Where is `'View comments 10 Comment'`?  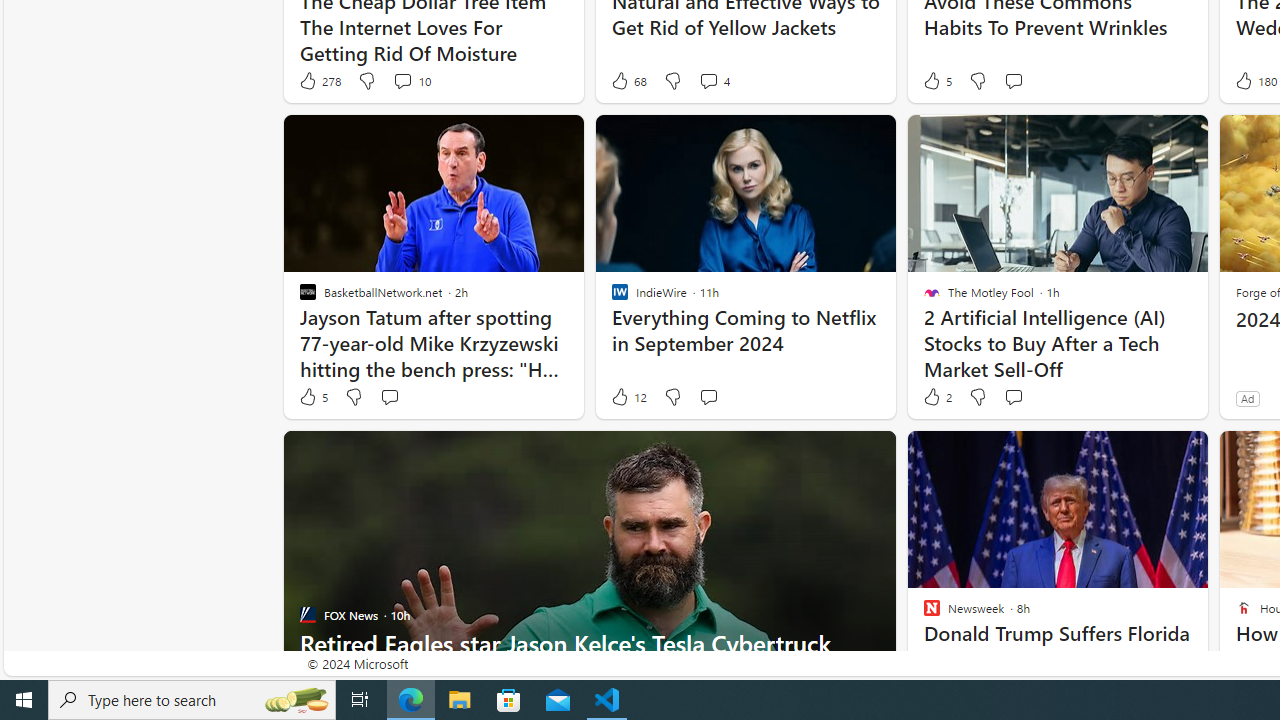
'View comments 10 Comment' is located at coordinates (401, 80).